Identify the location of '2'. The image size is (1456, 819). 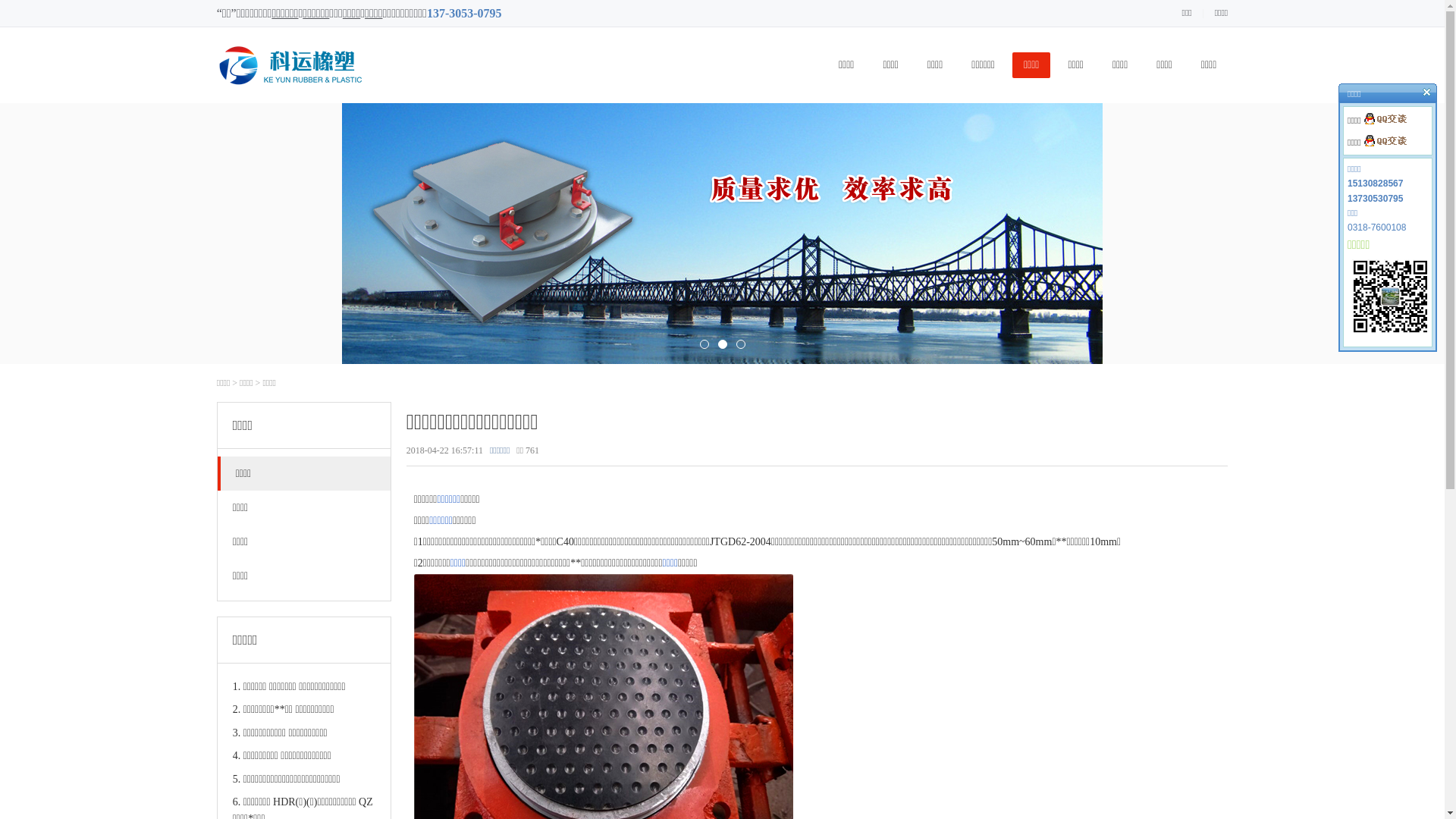
(720, 344).